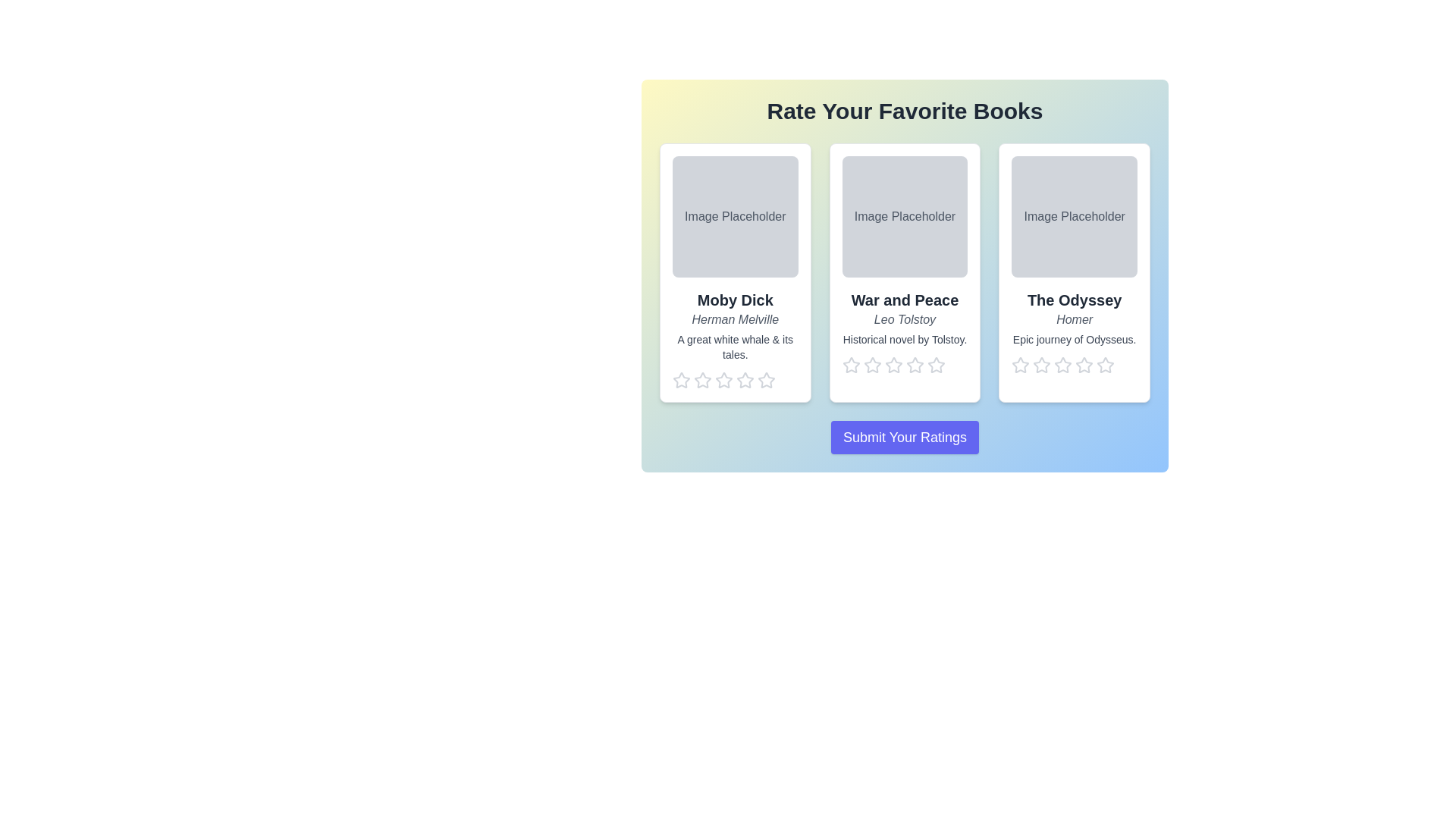 The image size is (1456, 819). Describe the element at coordinates (852, 366) in the screenshot. I see `the star corresponding to the rating 1 for the book War and Peace` at that location.